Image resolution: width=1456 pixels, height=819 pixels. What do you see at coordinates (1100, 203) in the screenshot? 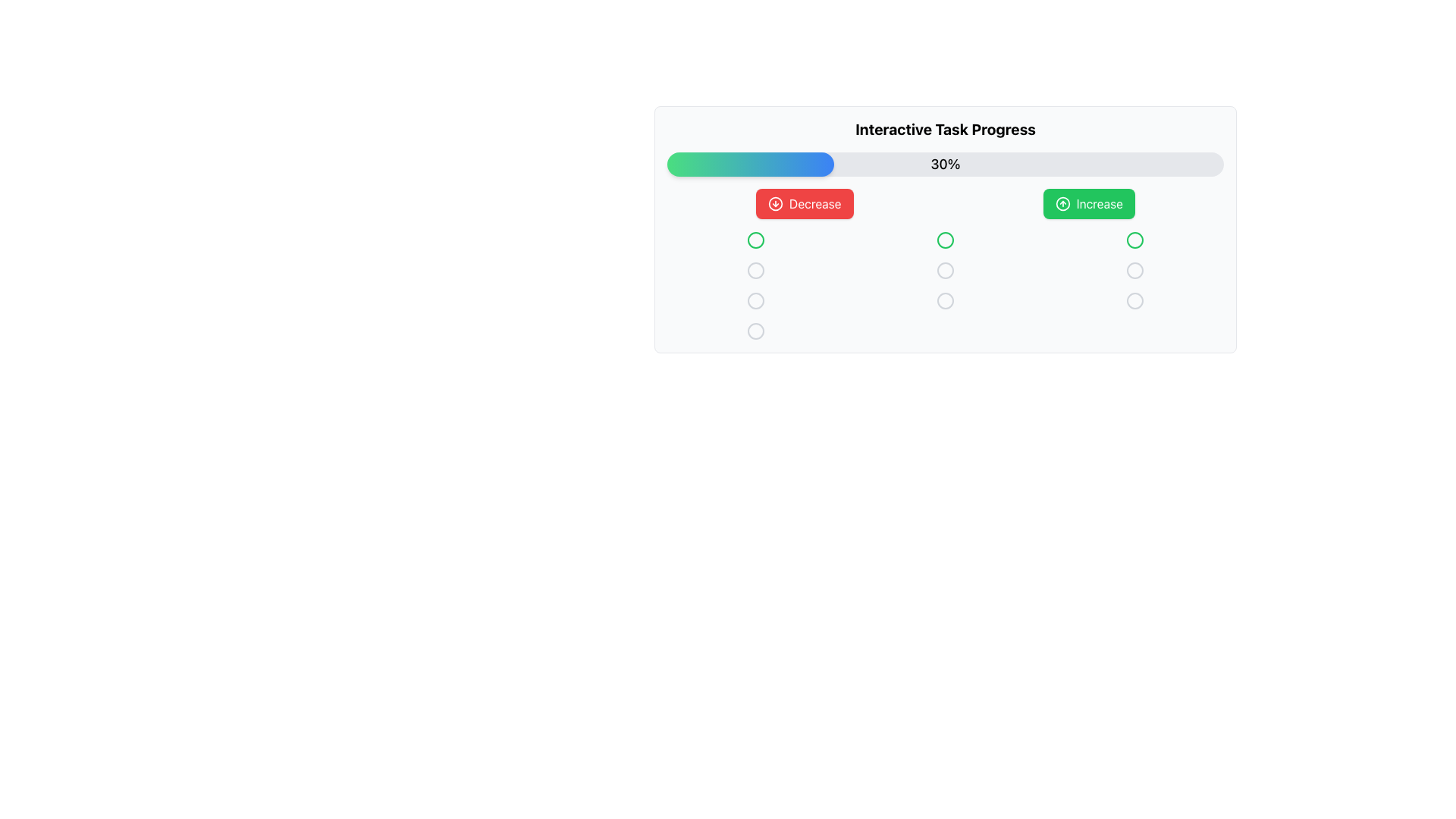
I see `the Text Label within the green button that indicates the increment operation, located to the right of the red 'Decrease' button` at bounding box center [1100, 203].